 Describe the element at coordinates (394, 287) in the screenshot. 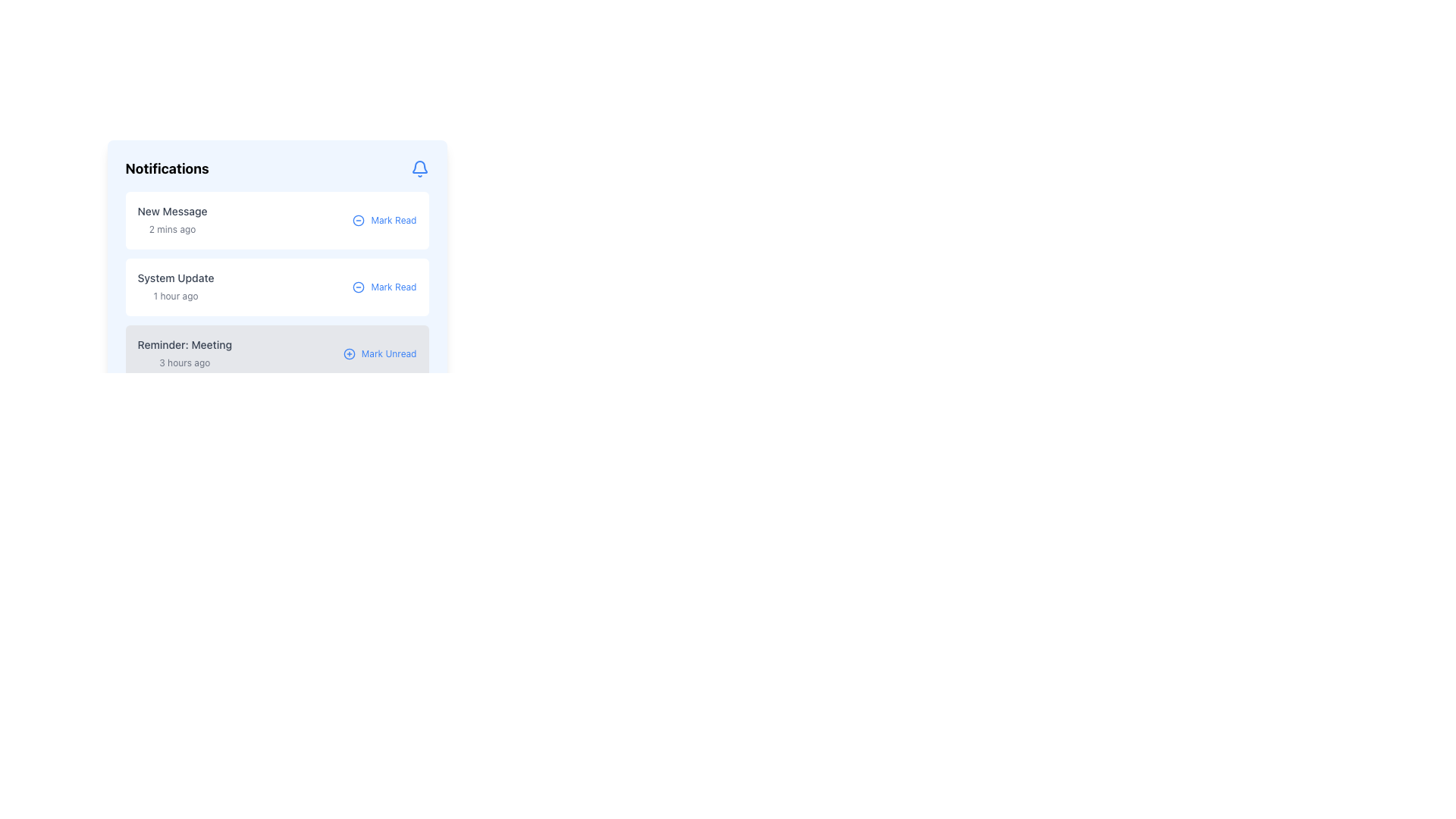

I see `the 'Mark as Read' text link/button located to the right of the 'System Update' entry in the notification list` at that location.